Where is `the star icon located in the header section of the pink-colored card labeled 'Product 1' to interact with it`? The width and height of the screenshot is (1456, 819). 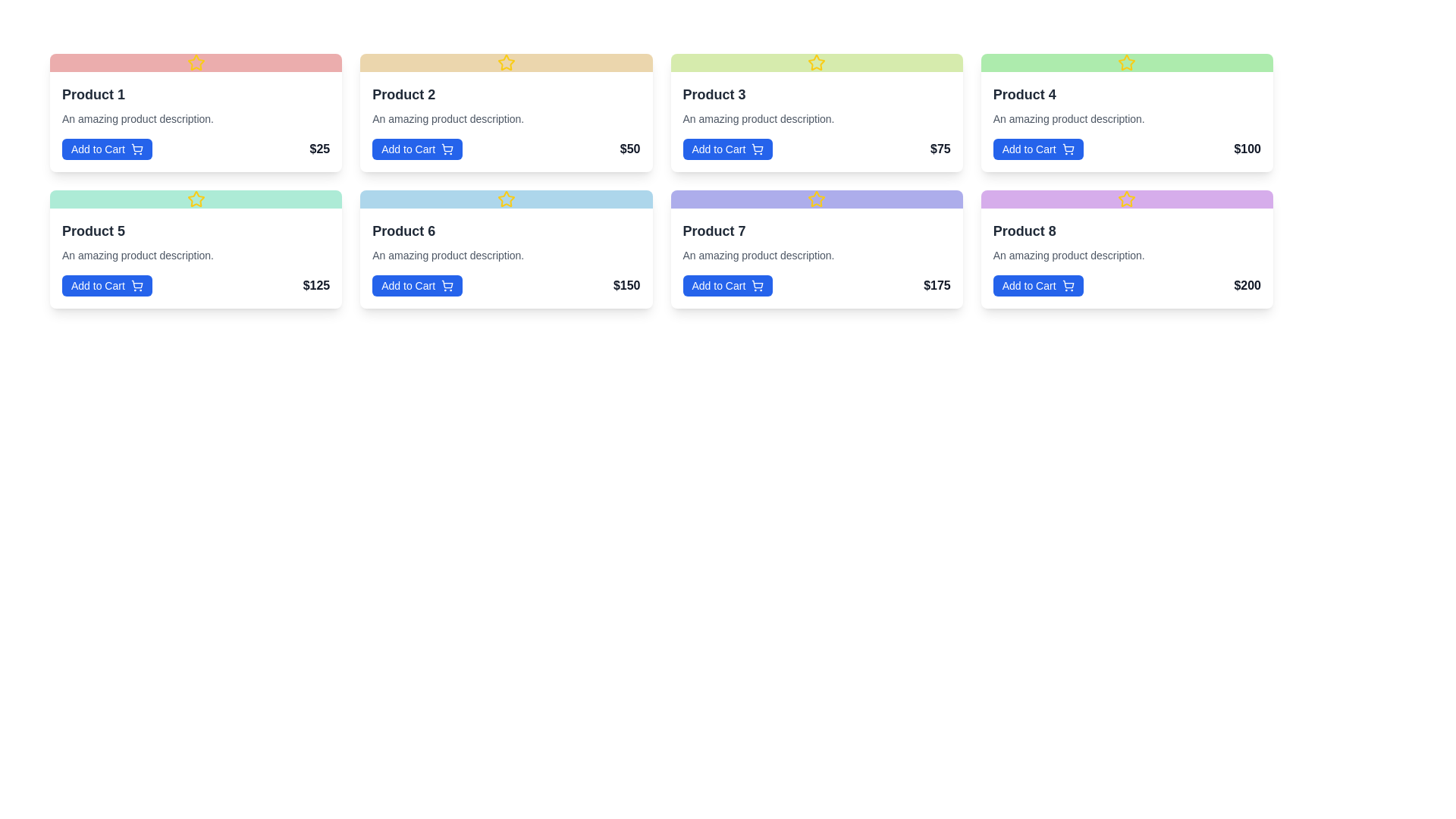 the star icon located in the header section of the pink-colored card labeled 'Product 1' to interact with it is located at coordinates (195, 61).